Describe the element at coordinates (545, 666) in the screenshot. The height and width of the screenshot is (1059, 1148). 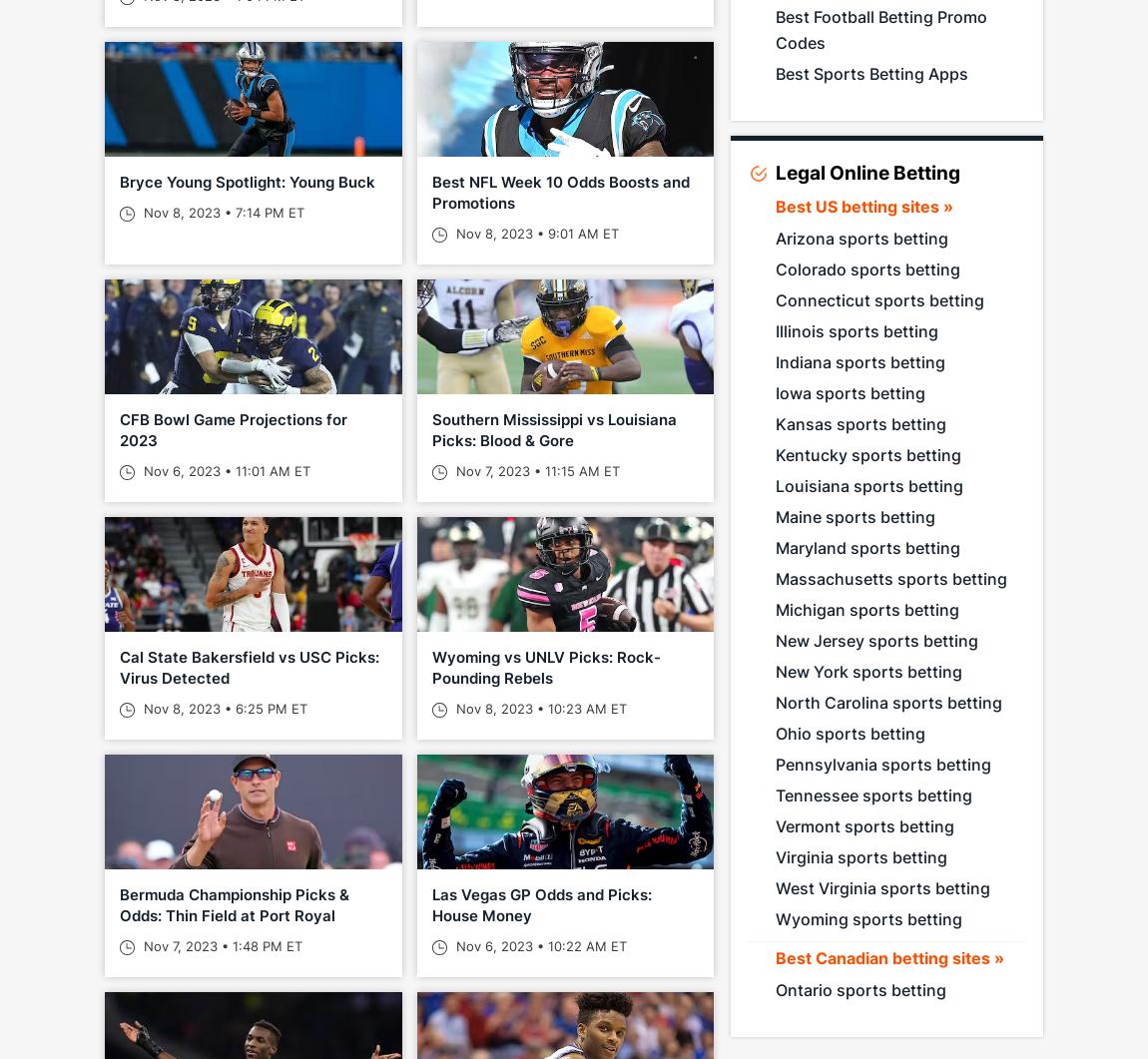
I see `'Wyoming vs UNLV Picks: Rock-Pounding Rebels'` at that location.